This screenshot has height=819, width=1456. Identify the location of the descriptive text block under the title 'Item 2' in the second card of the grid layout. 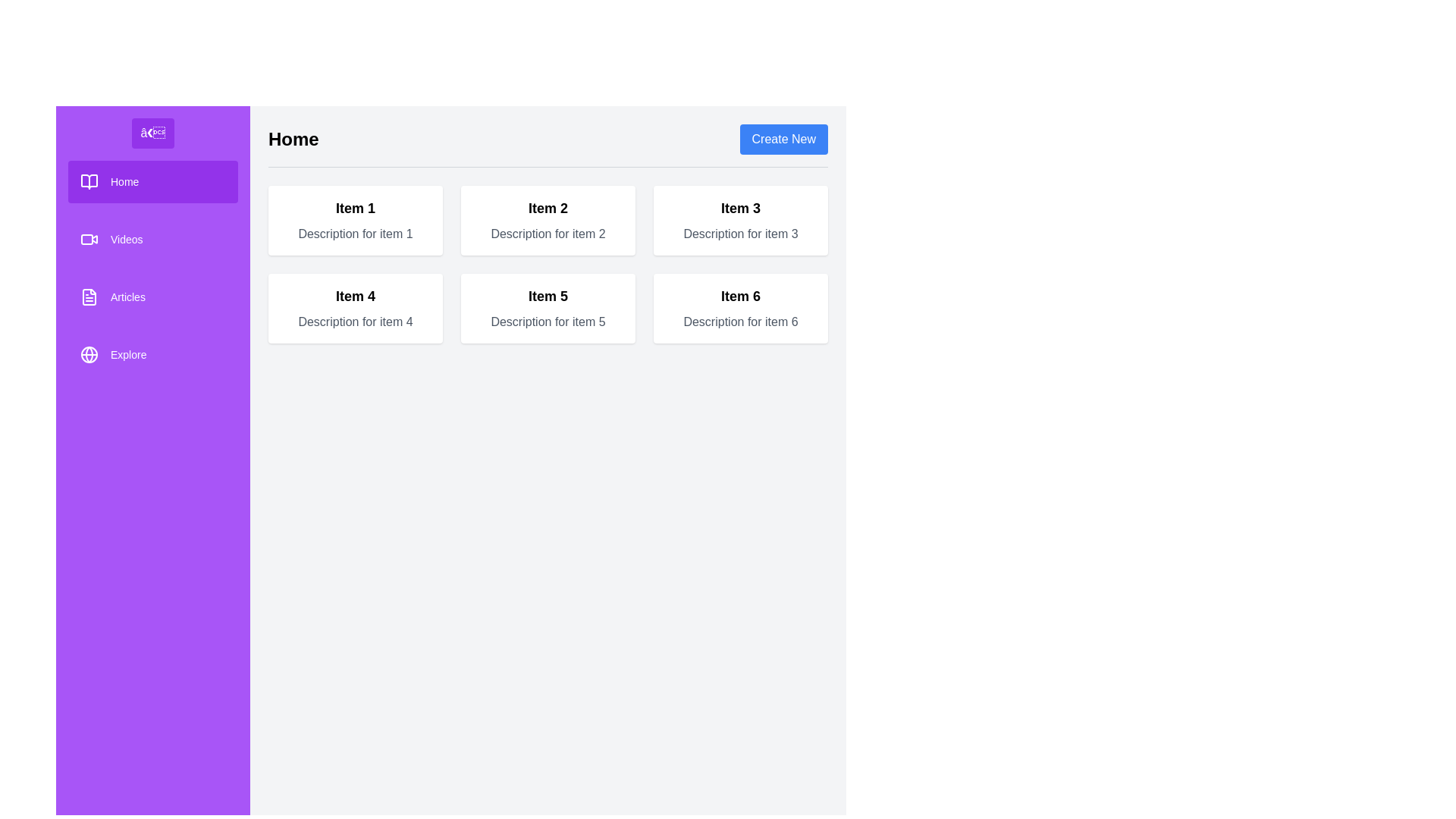
(548, 234).